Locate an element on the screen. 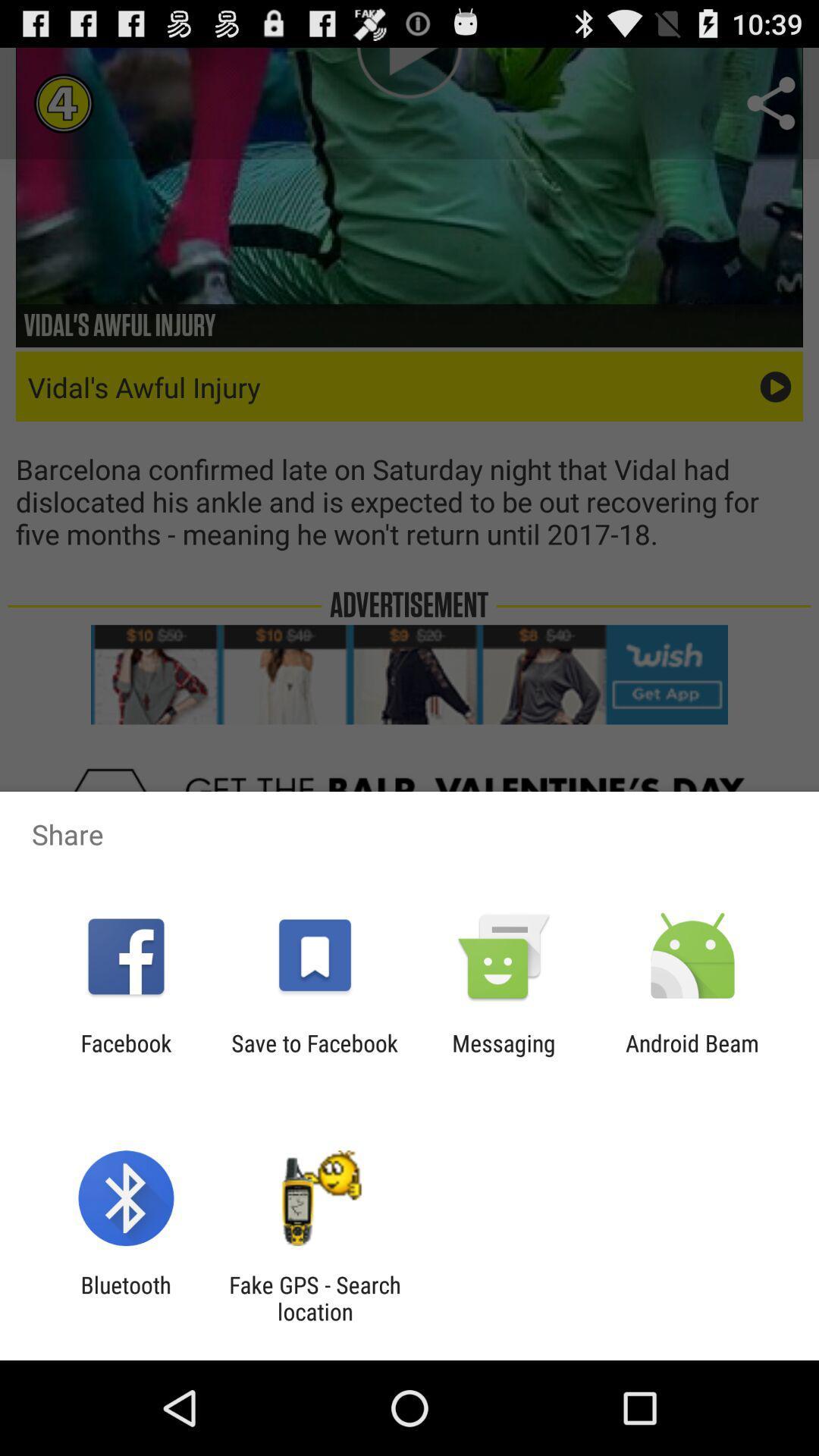 The image size is (819, 1456). item next to save to facebook icon is located at coordinates (504, 1056).